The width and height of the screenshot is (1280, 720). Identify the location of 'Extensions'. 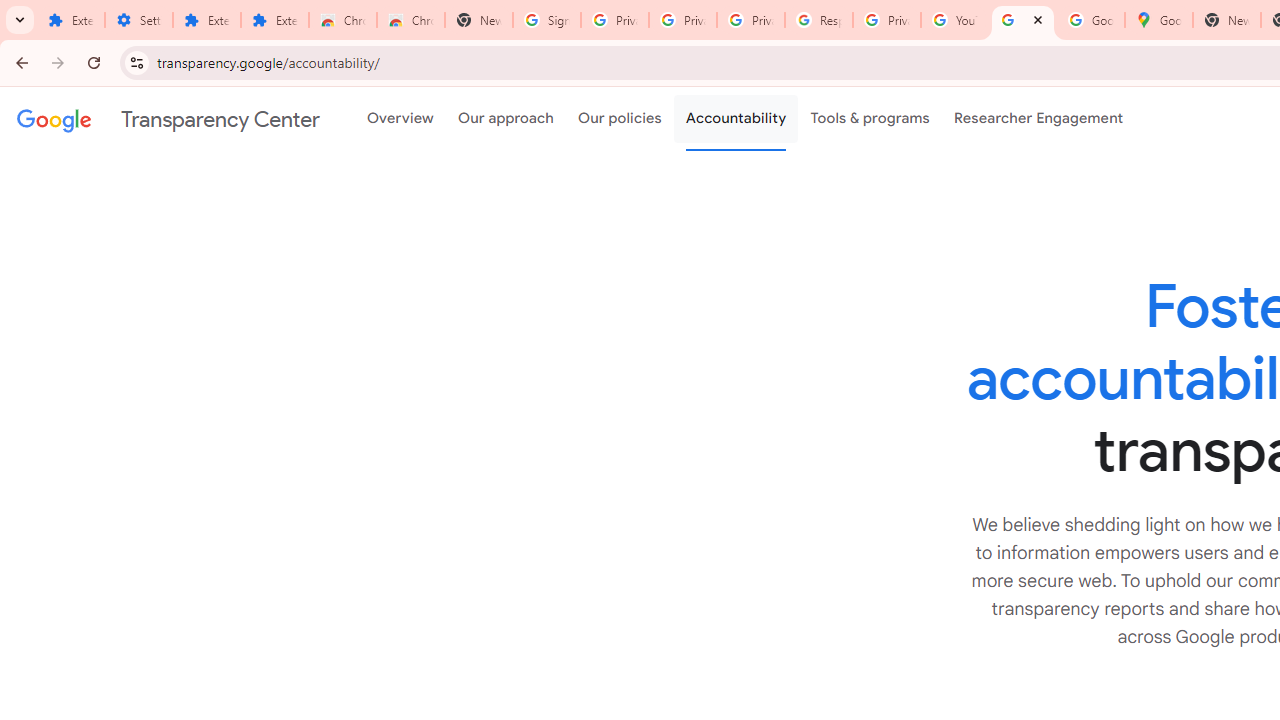
(206, 20).